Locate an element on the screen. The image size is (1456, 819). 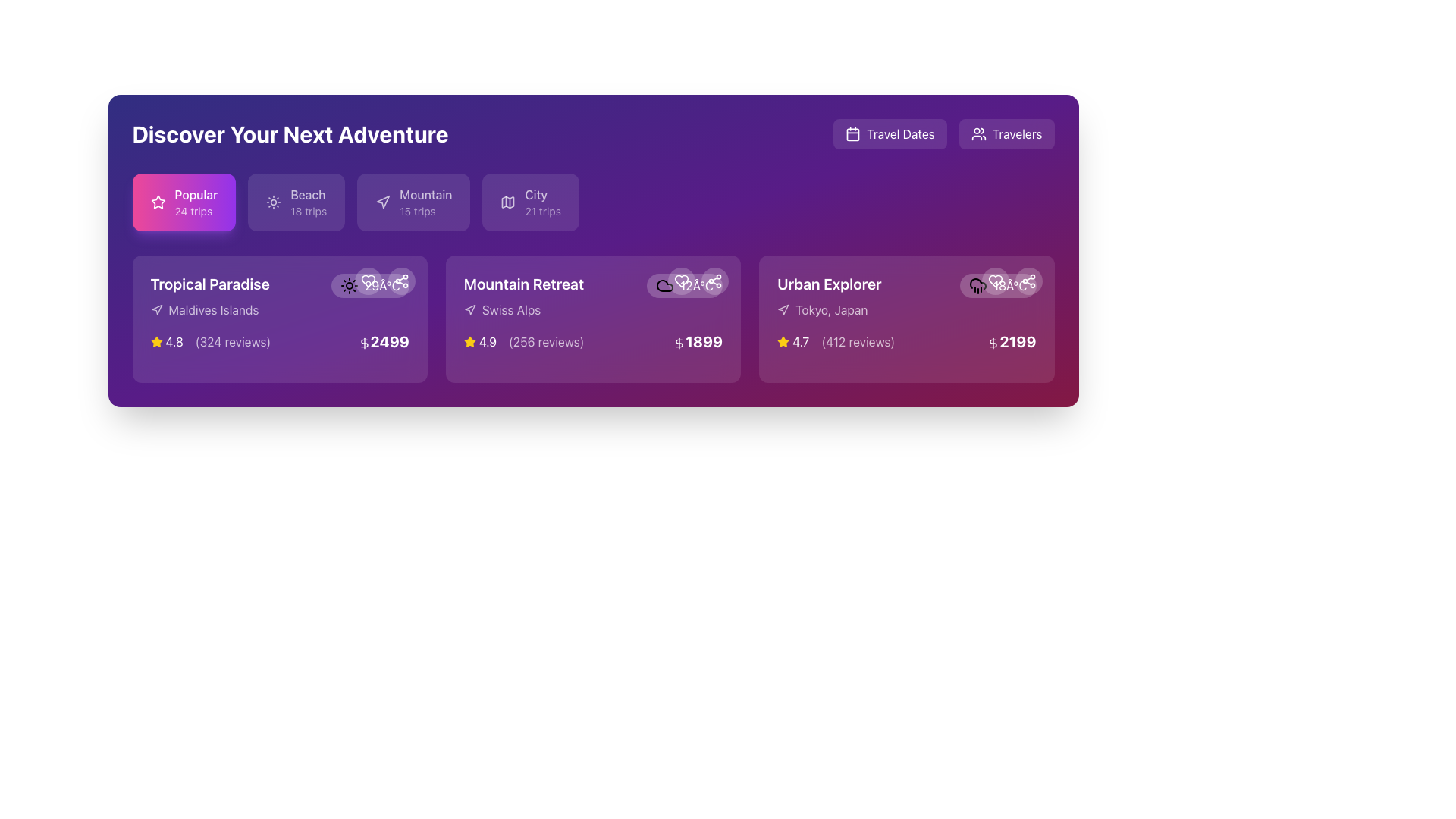
the large, bold, white text displaying 'Discover Your Next Adventure', which is prominently positioned on a purple background near the top-left corner of the interface is located at coordinates (290, 133).